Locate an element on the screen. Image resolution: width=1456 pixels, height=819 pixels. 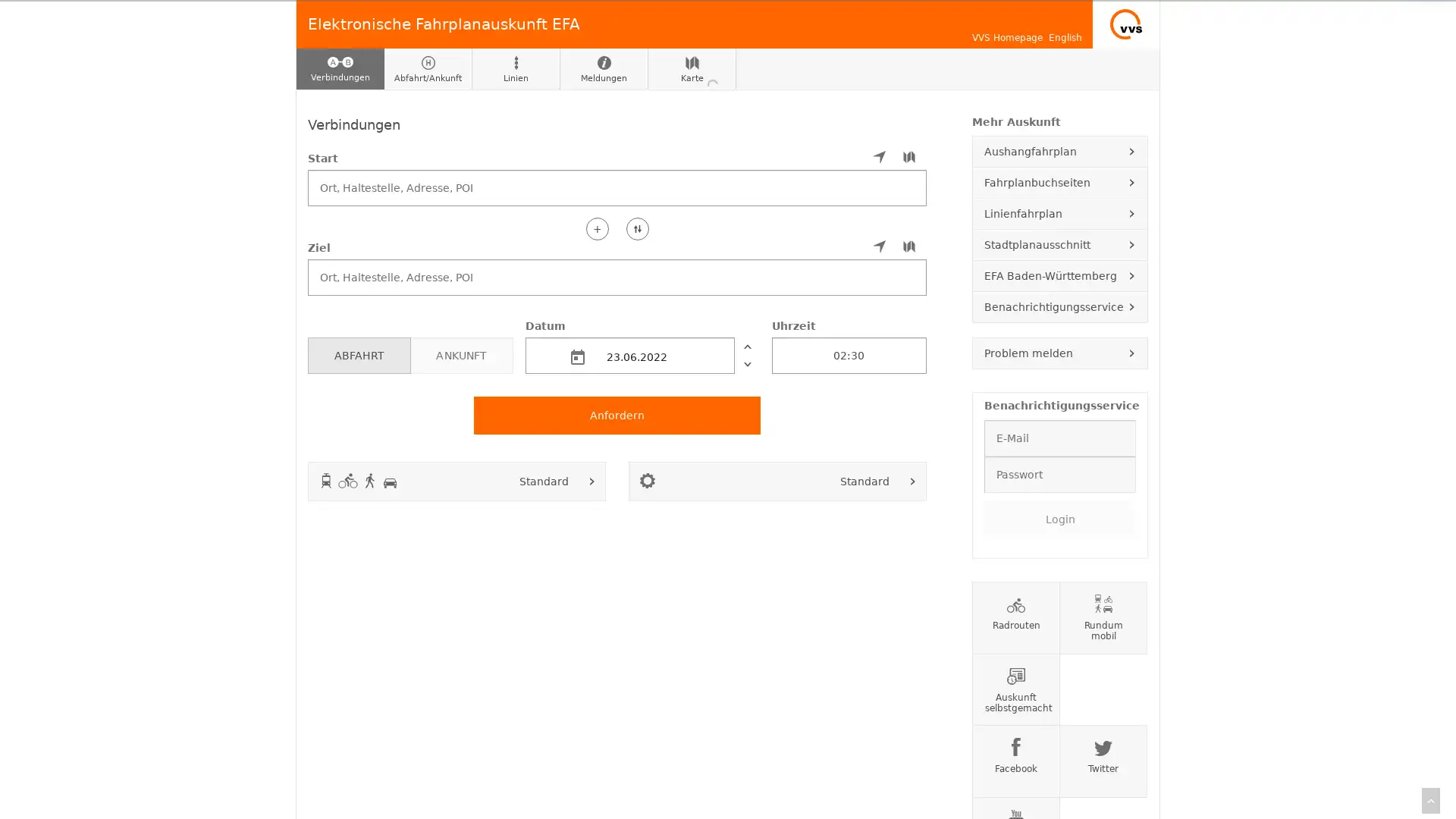
Linien is located at coordinates (516, 69).